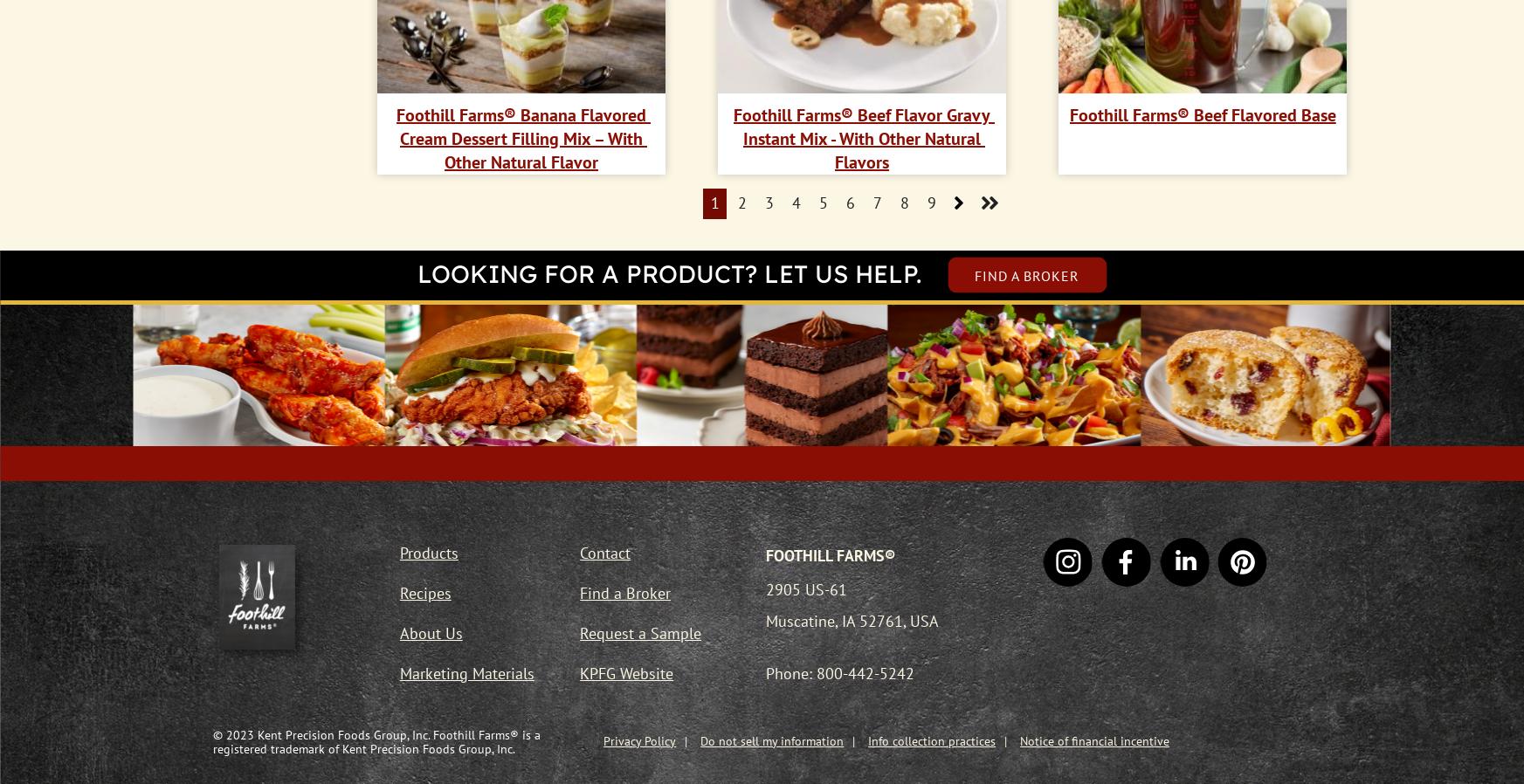 The height and width of the screenshot is (784, 1524). I want to click on 'Foothill Farms®', so click(831, 554).